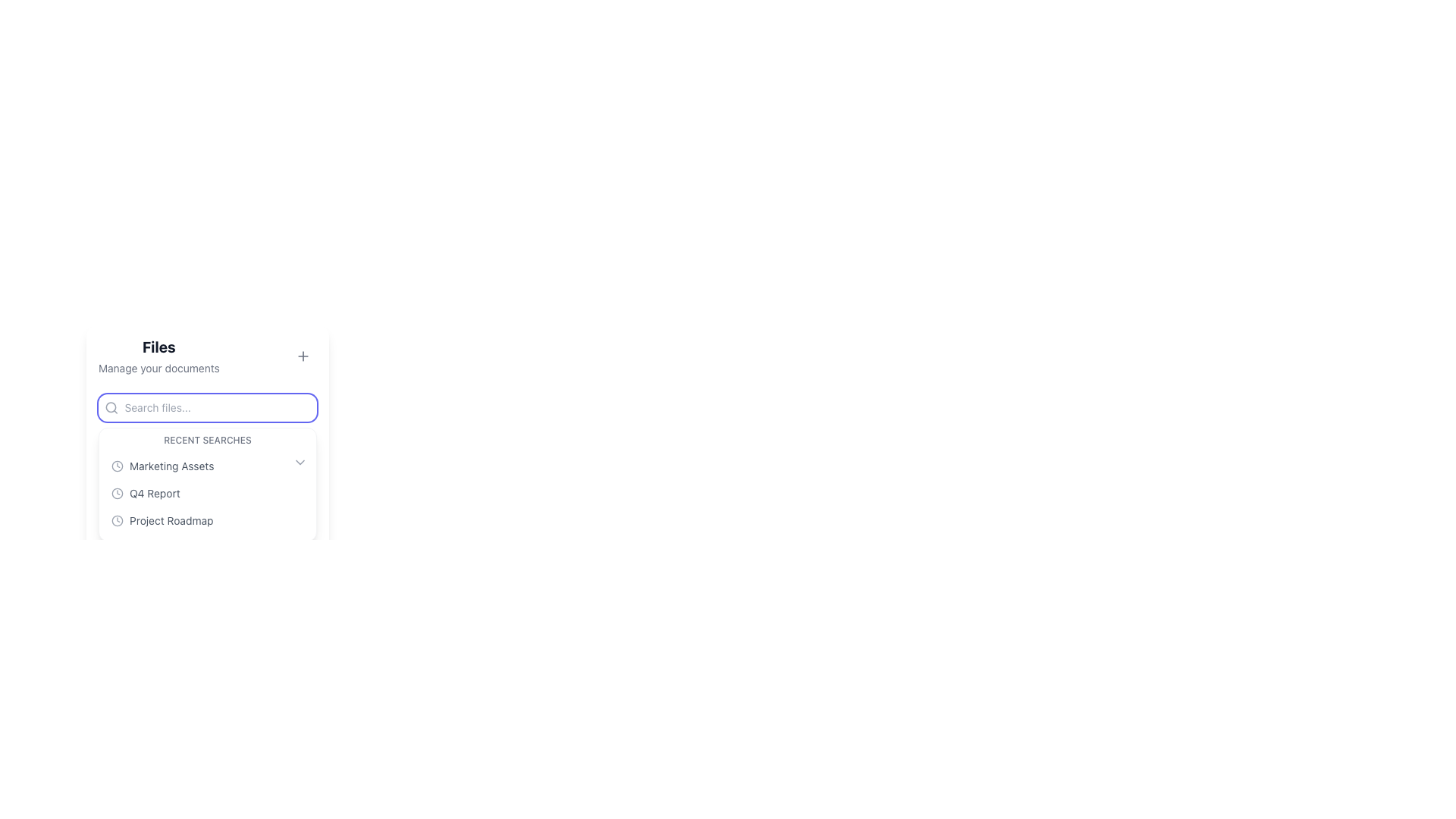 The width and height of the screenshot is (1456, 819). What do you see at coordinates (155, 494) in the screenshot?
I see `the list item containing the 'Q4 Report' text label` at bounding box center [155, 494].